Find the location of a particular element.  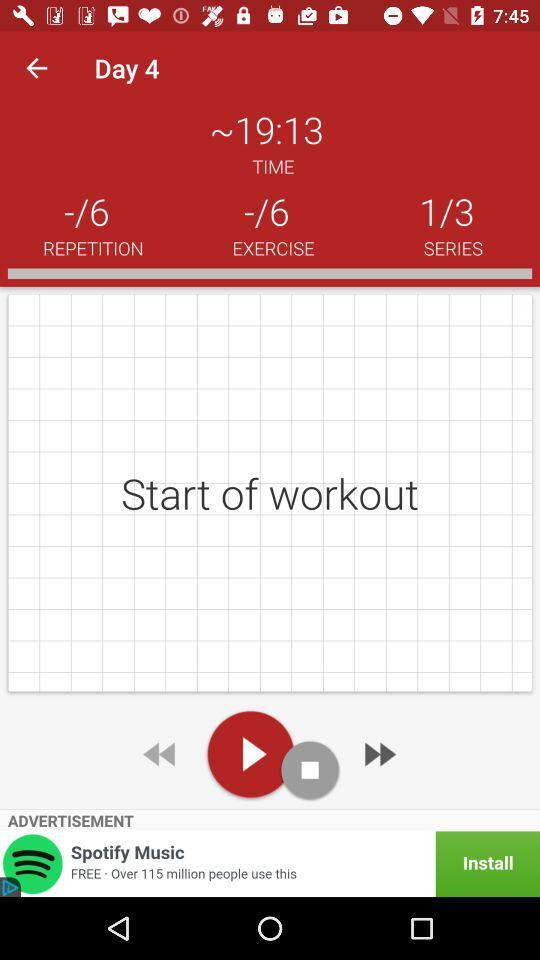

install advertiser app is located at coordinates (270, 863).